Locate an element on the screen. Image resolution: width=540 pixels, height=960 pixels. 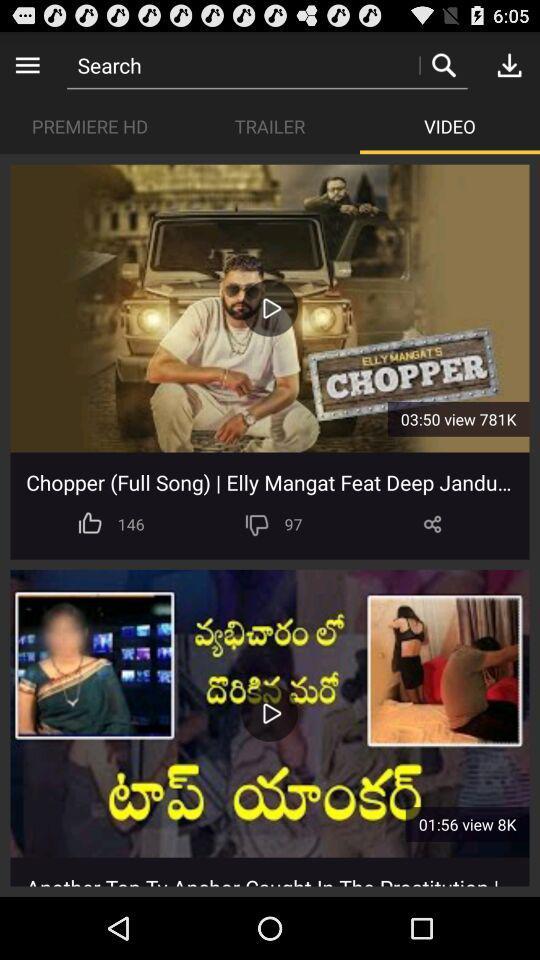
the icon to the left of search icon is located at coordinates (26, 64).